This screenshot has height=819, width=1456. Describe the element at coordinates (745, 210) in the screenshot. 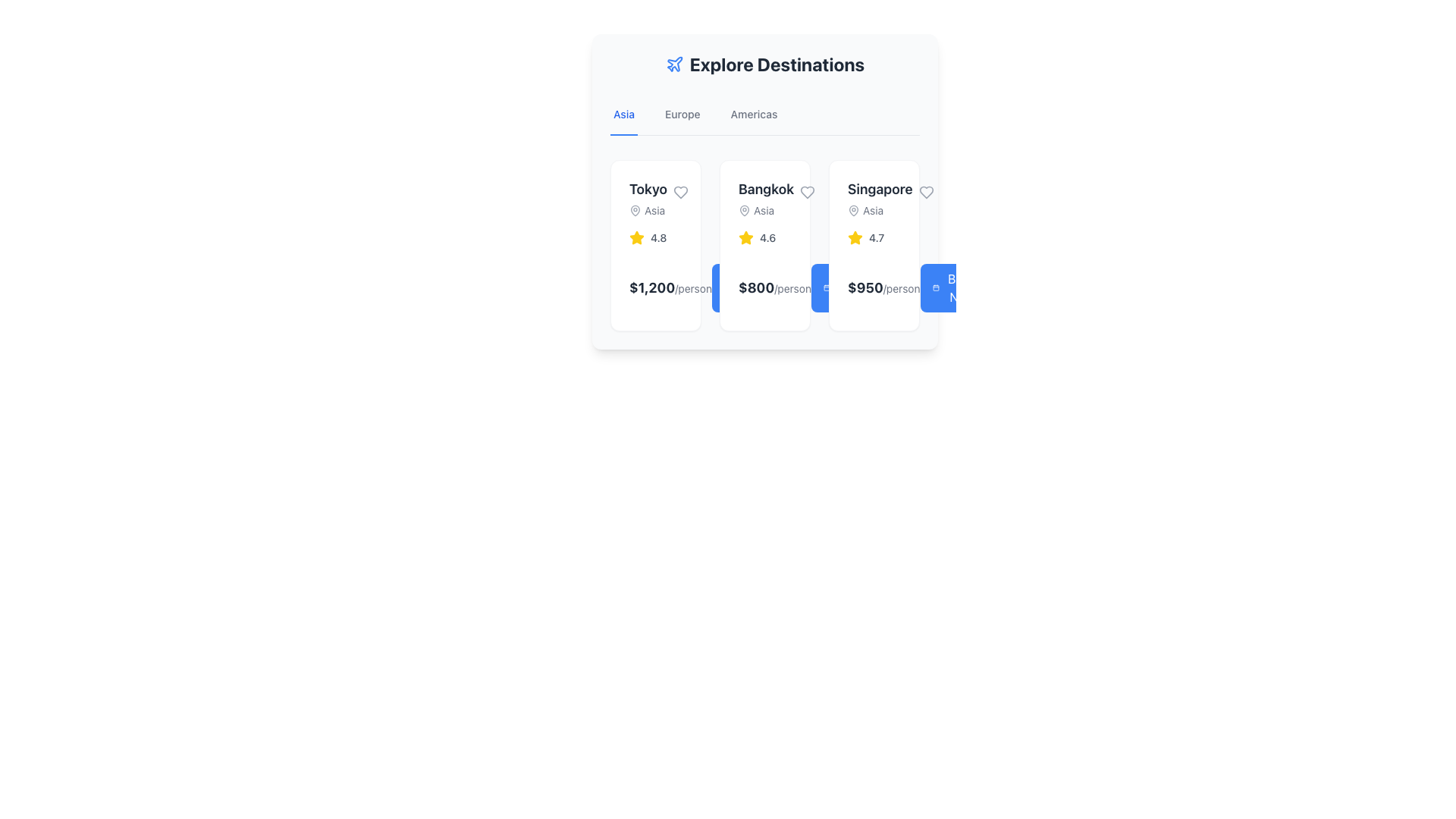

I see `the geographical location pin icon in the middle card of the trip list under 'Explore Destinations', located near the text 'Bangkok'` at that location.